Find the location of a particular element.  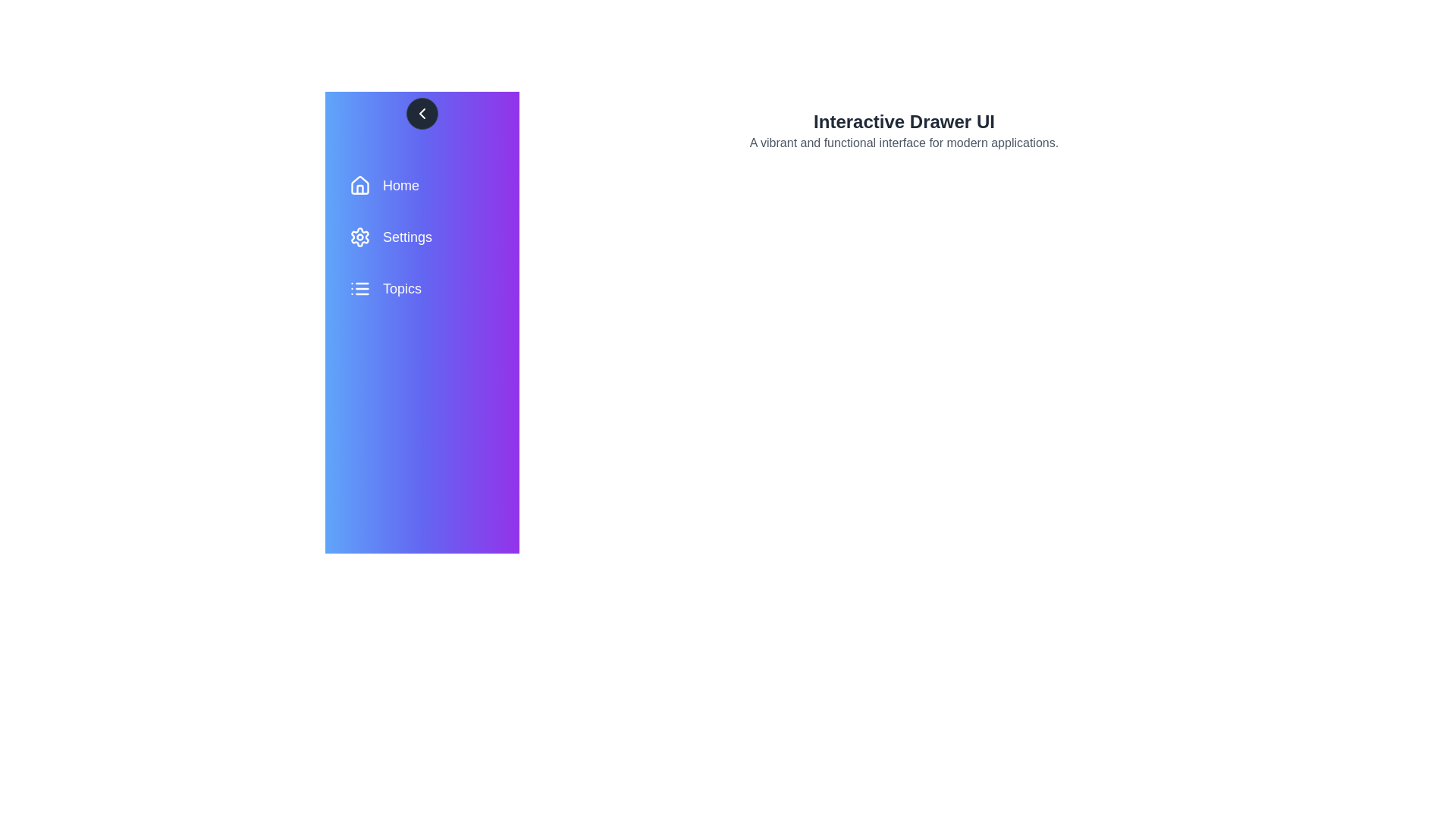

the menu item Topics to view its hover effect is located at coordinates (422, 289).